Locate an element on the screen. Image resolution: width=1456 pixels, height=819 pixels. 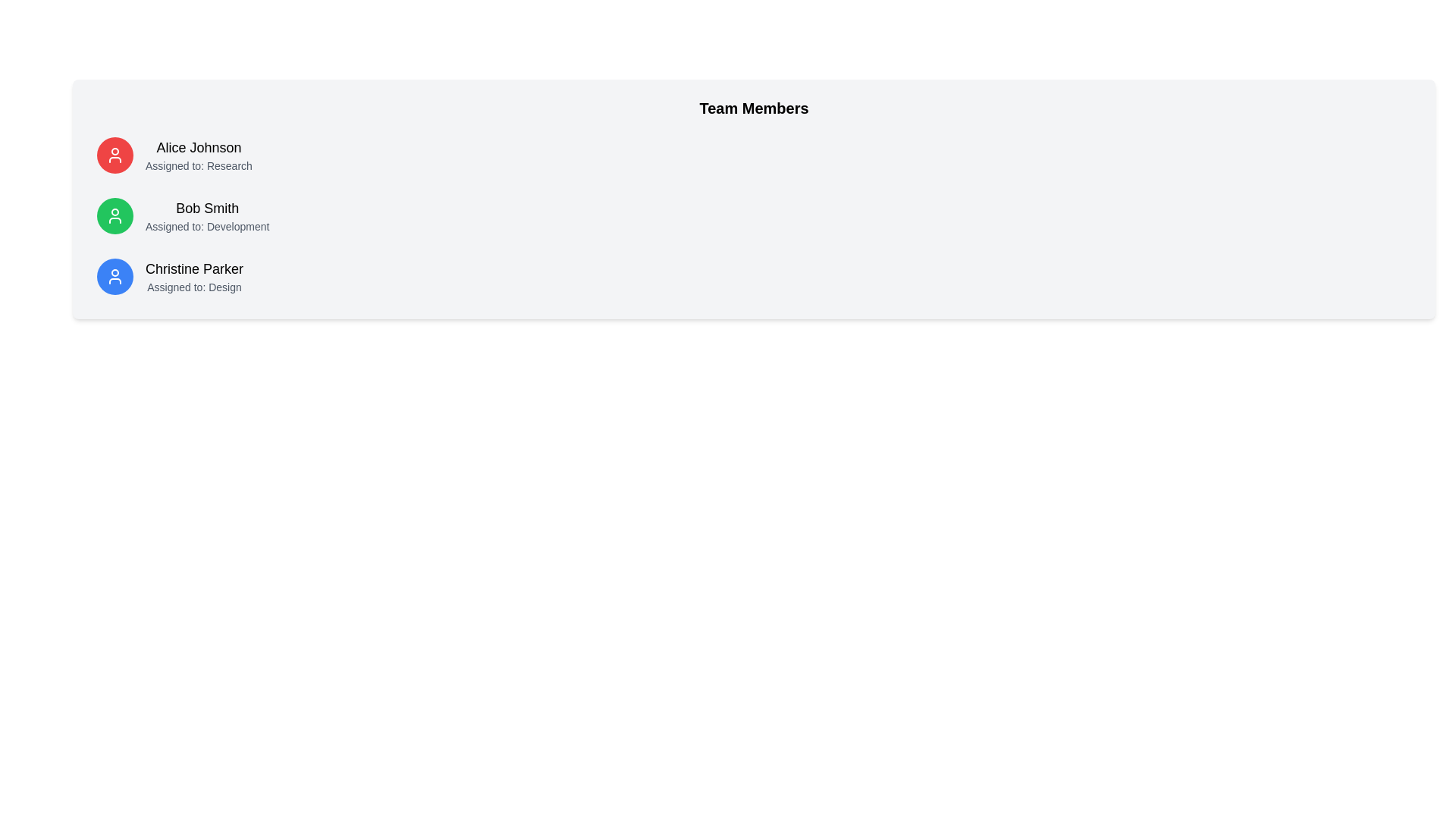
the text label displaying 'Christine Parker', which is styled in a larger sans-serif font and positioned above the smaller text 'Assigned to: Design' is located at coordinates (193, 268).